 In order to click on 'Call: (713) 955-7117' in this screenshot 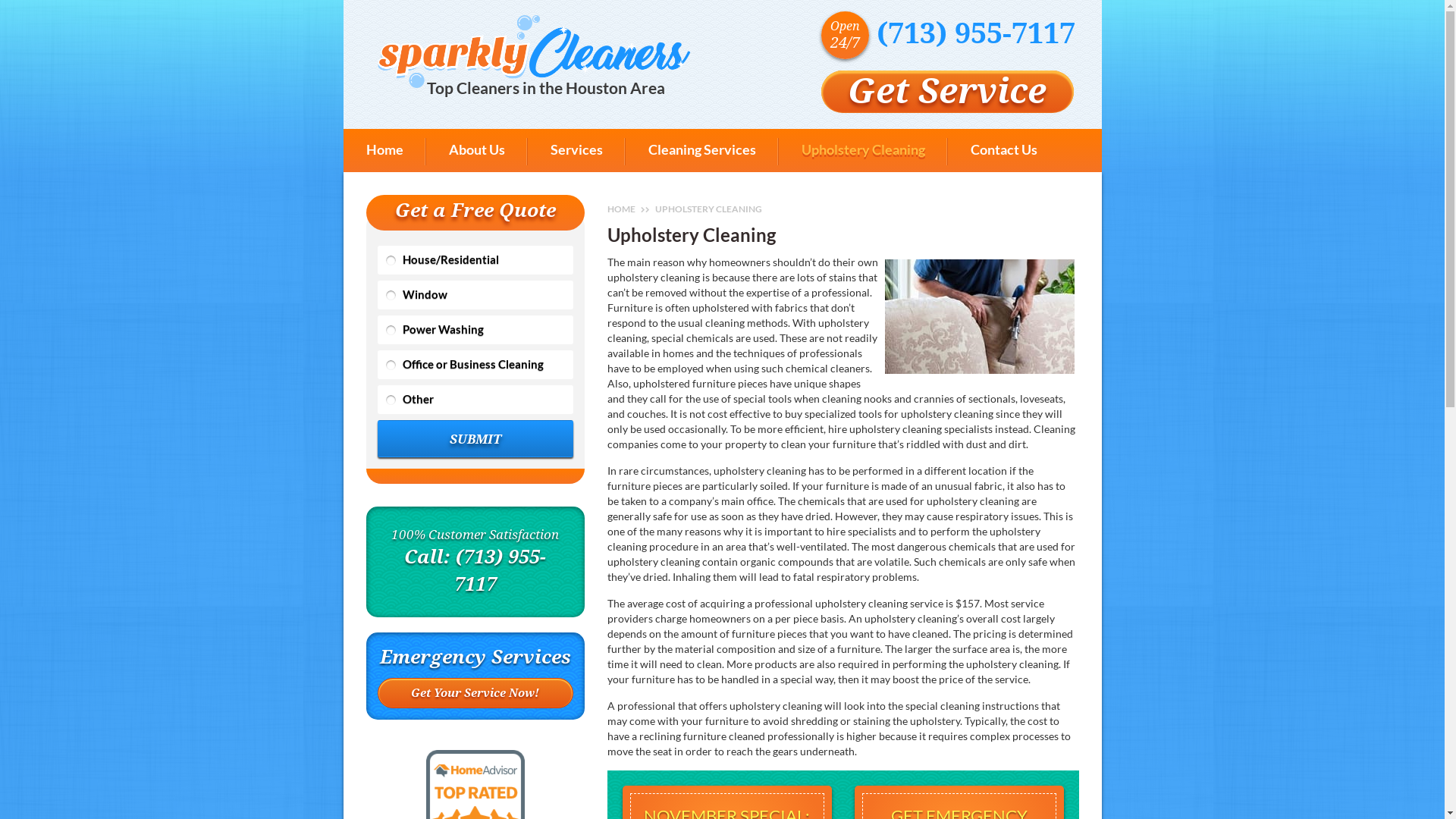, I will do `click(475, 570)`.